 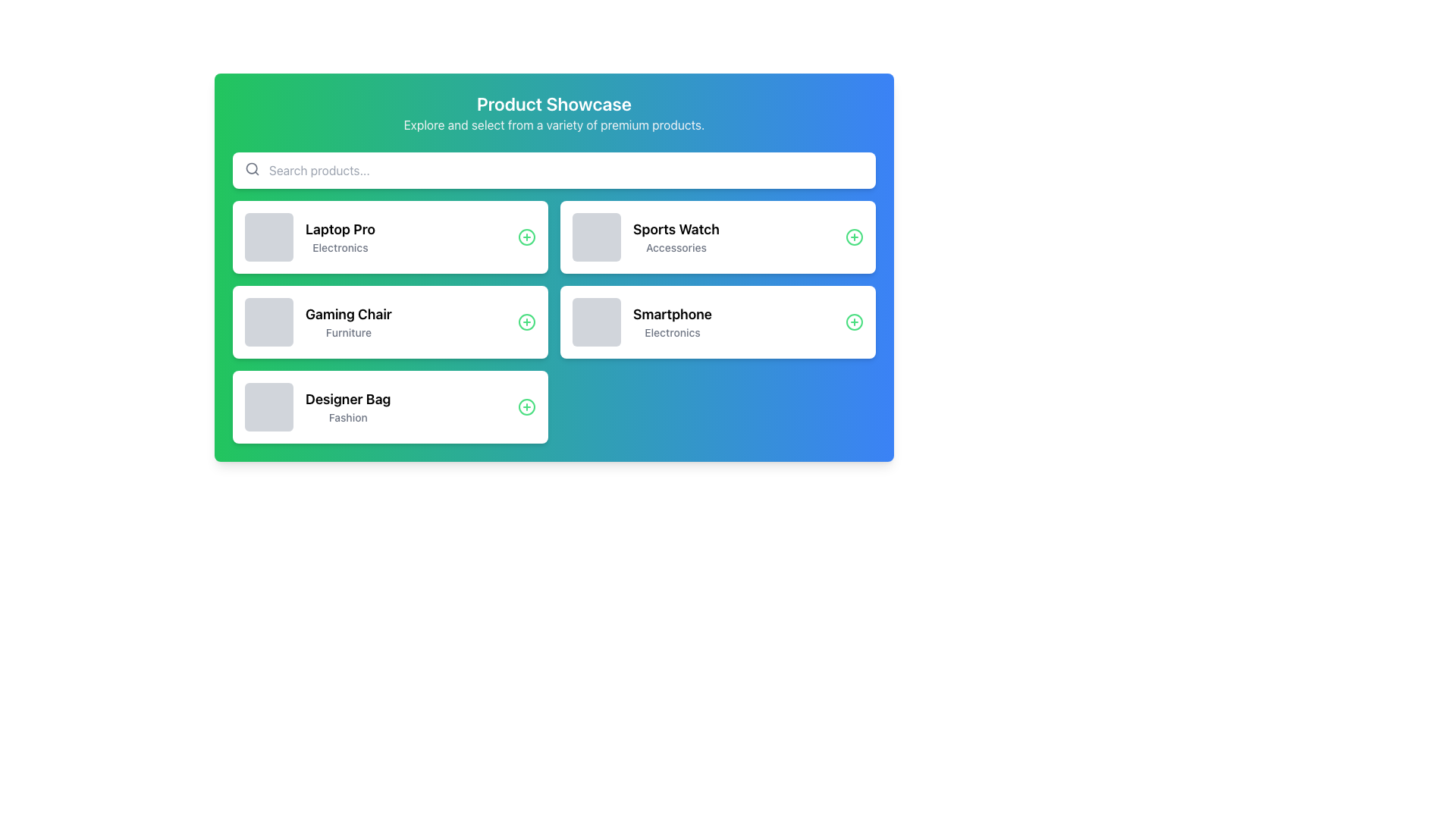 I want to click on text content of the 'Sports Watch' label, which is bold and located to the right of a gray square image, within a white, rounded rectangle in the interface, so click(x=645, y=237).